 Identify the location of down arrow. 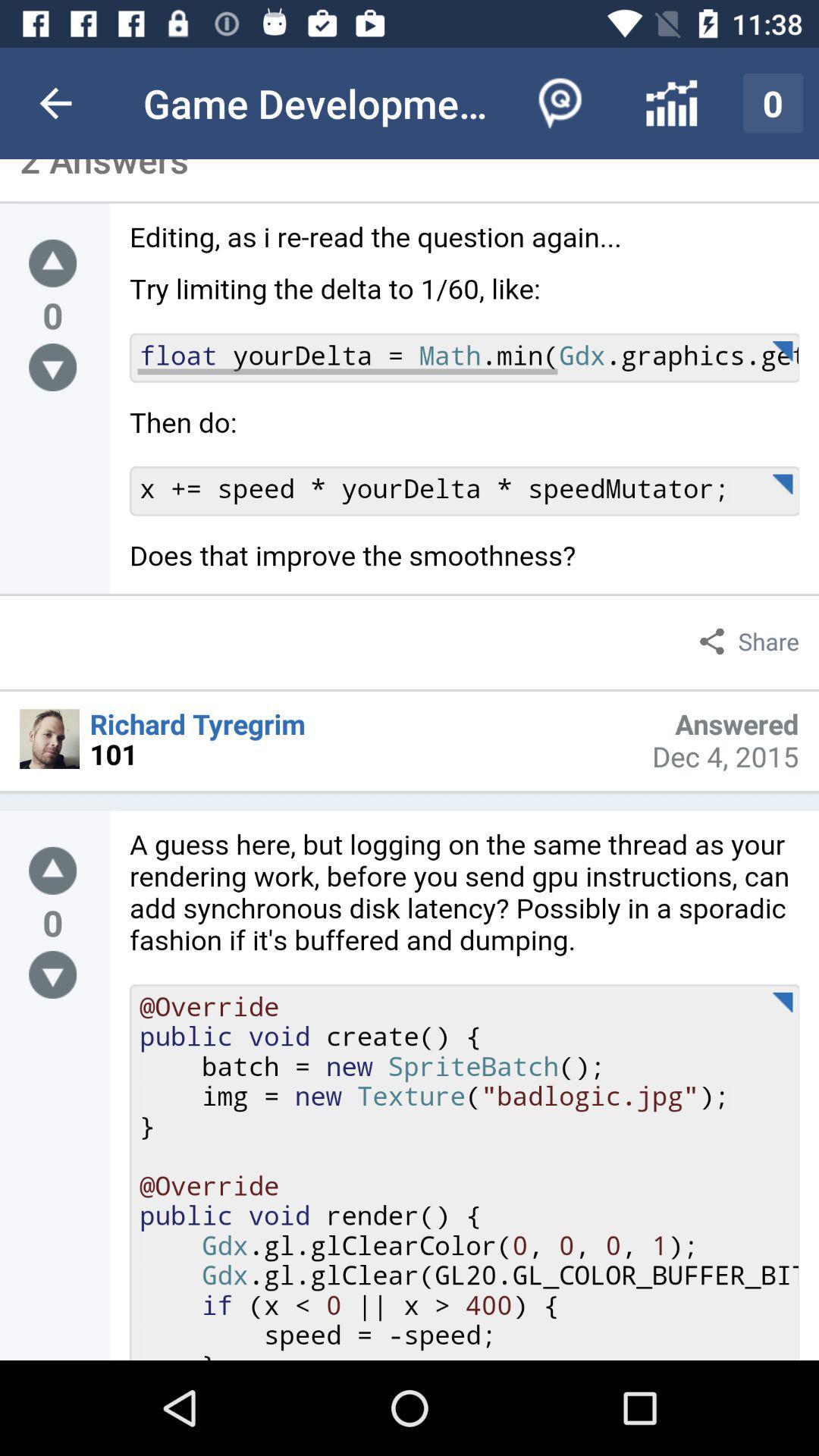
(52, 367).